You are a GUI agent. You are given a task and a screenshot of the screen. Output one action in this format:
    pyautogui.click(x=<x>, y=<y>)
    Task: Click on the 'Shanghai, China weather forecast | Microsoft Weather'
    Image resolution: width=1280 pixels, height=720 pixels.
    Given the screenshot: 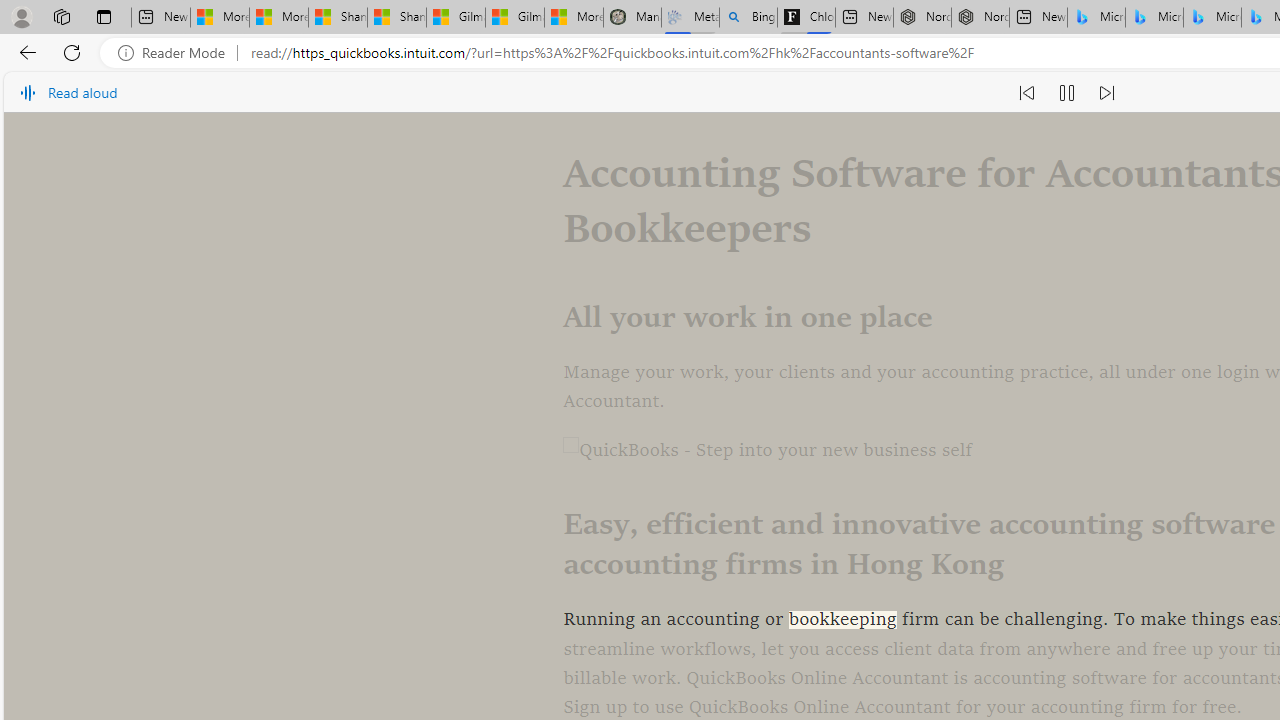 What is the action you would take?
    pyautogui.click(x=396, y=17)
    